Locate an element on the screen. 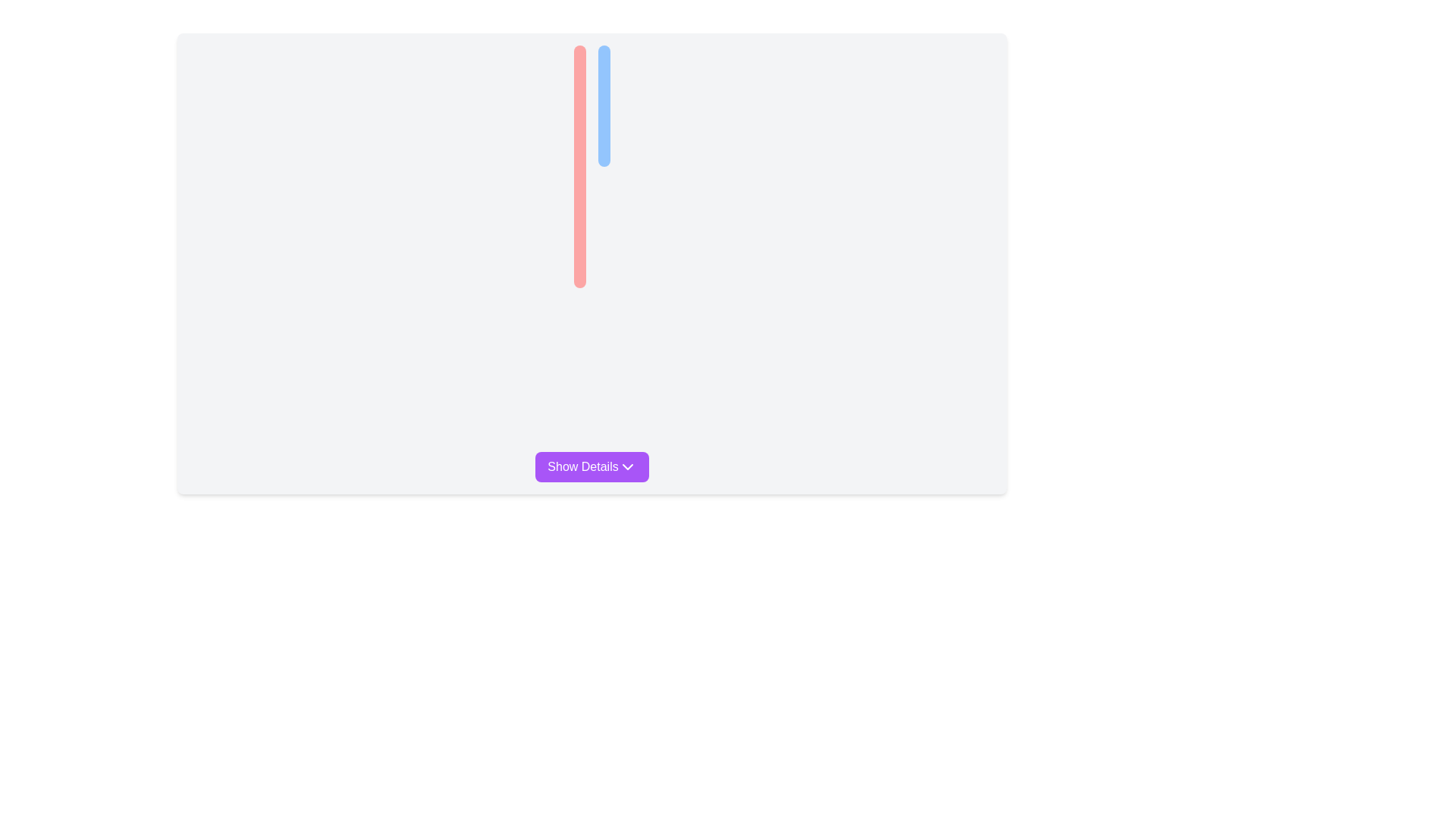 This screenshot has width=1456, height=819. the chevron-down icon located on the right side of the purple 'Show Details' button is located at coordinates (627, 466).